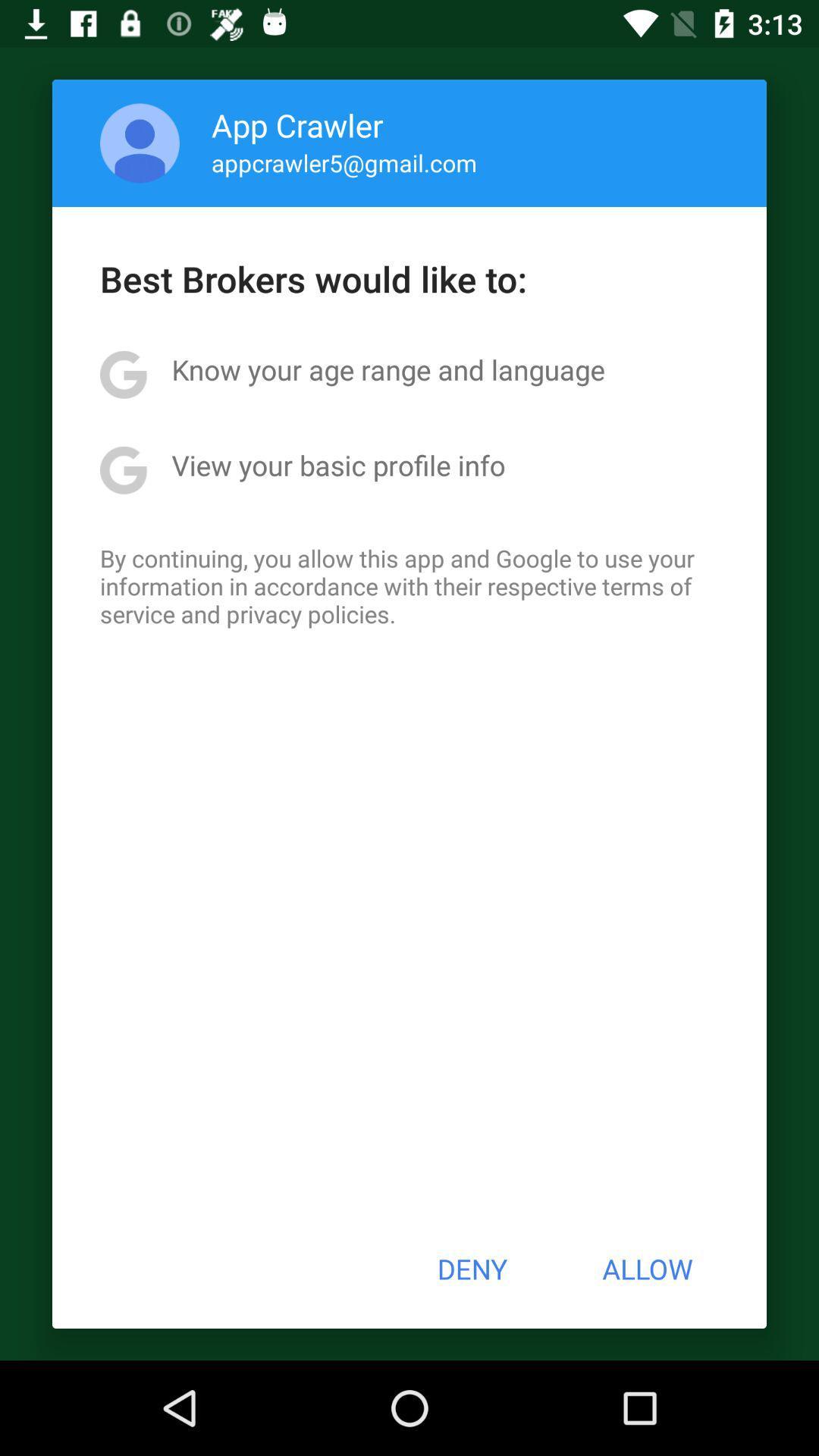 The image size is (819, 1456). What do you see at coordinates (471, 1269) in the screenshot?
I see `the deny icon` at bounding box center [471, 1269].